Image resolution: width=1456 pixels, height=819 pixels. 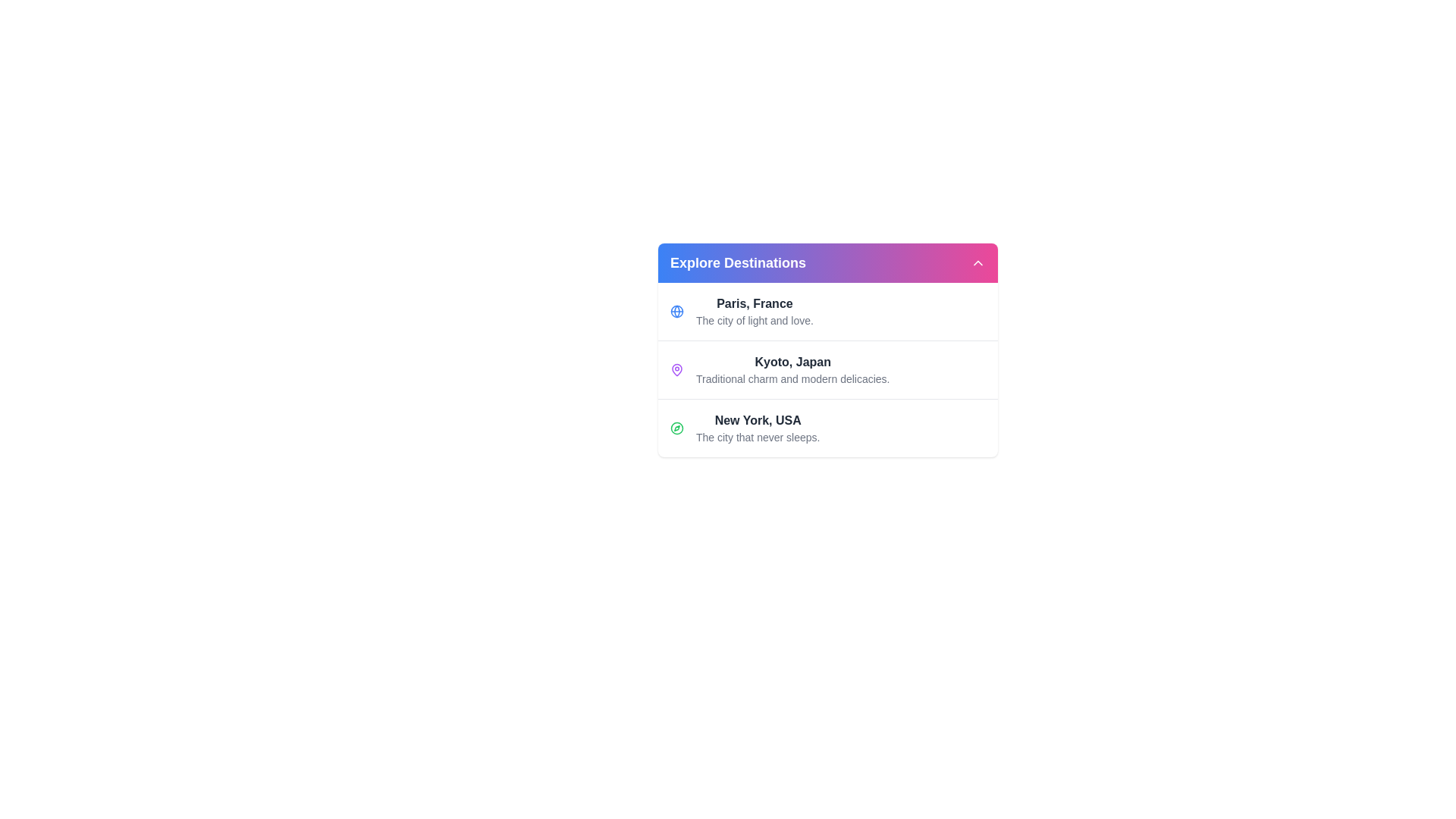 I want to click on the travel destination item in the Composite element that showcases travel destinations, so click(x=827, y=350).